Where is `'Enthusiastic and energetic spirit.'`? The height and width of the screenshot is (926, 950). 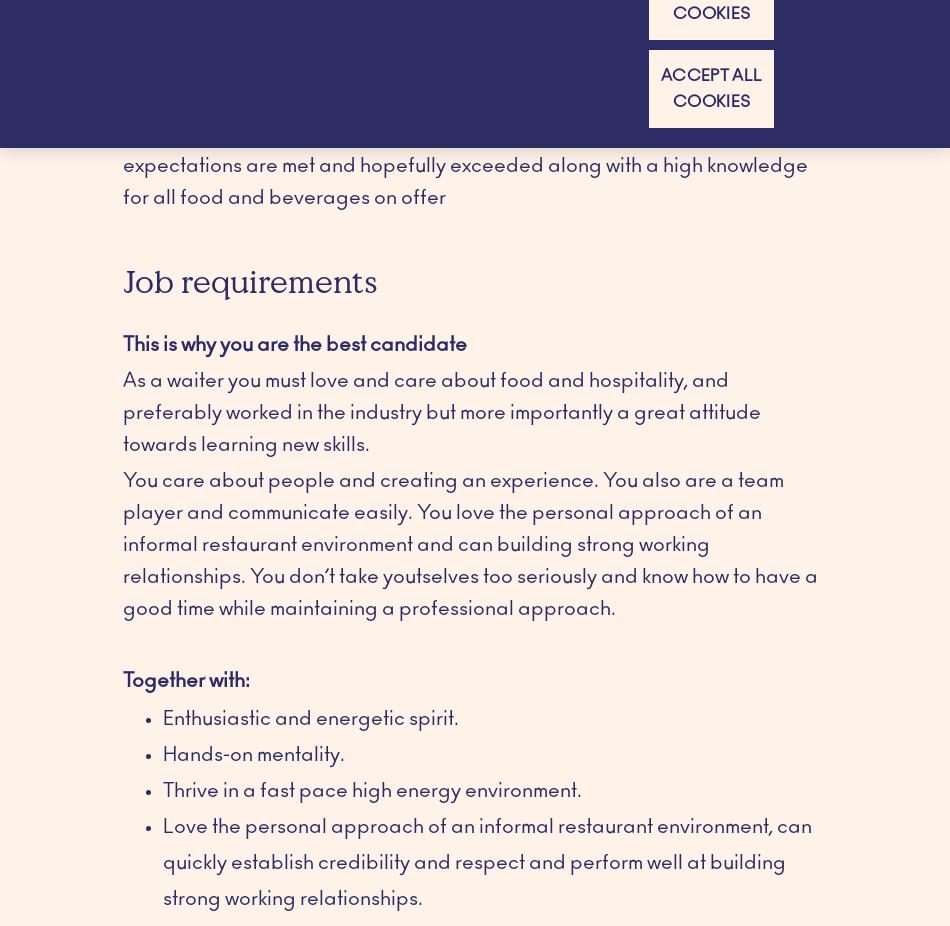
'Enthusiastic and energetic spirit.' is located at coordinates (163, 718).